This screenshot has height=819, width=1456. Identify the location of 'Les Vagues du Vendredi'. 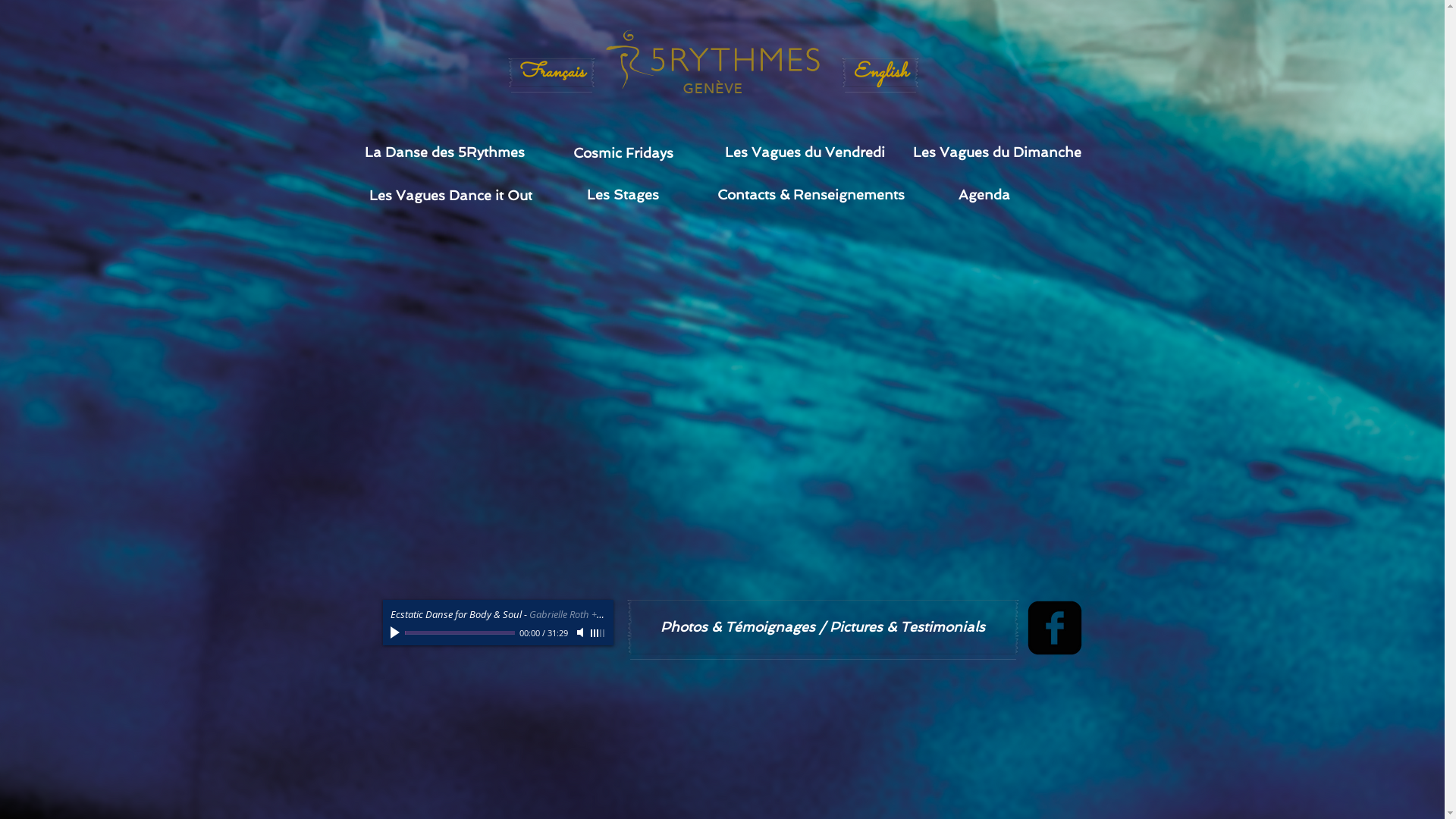
(803, 152).